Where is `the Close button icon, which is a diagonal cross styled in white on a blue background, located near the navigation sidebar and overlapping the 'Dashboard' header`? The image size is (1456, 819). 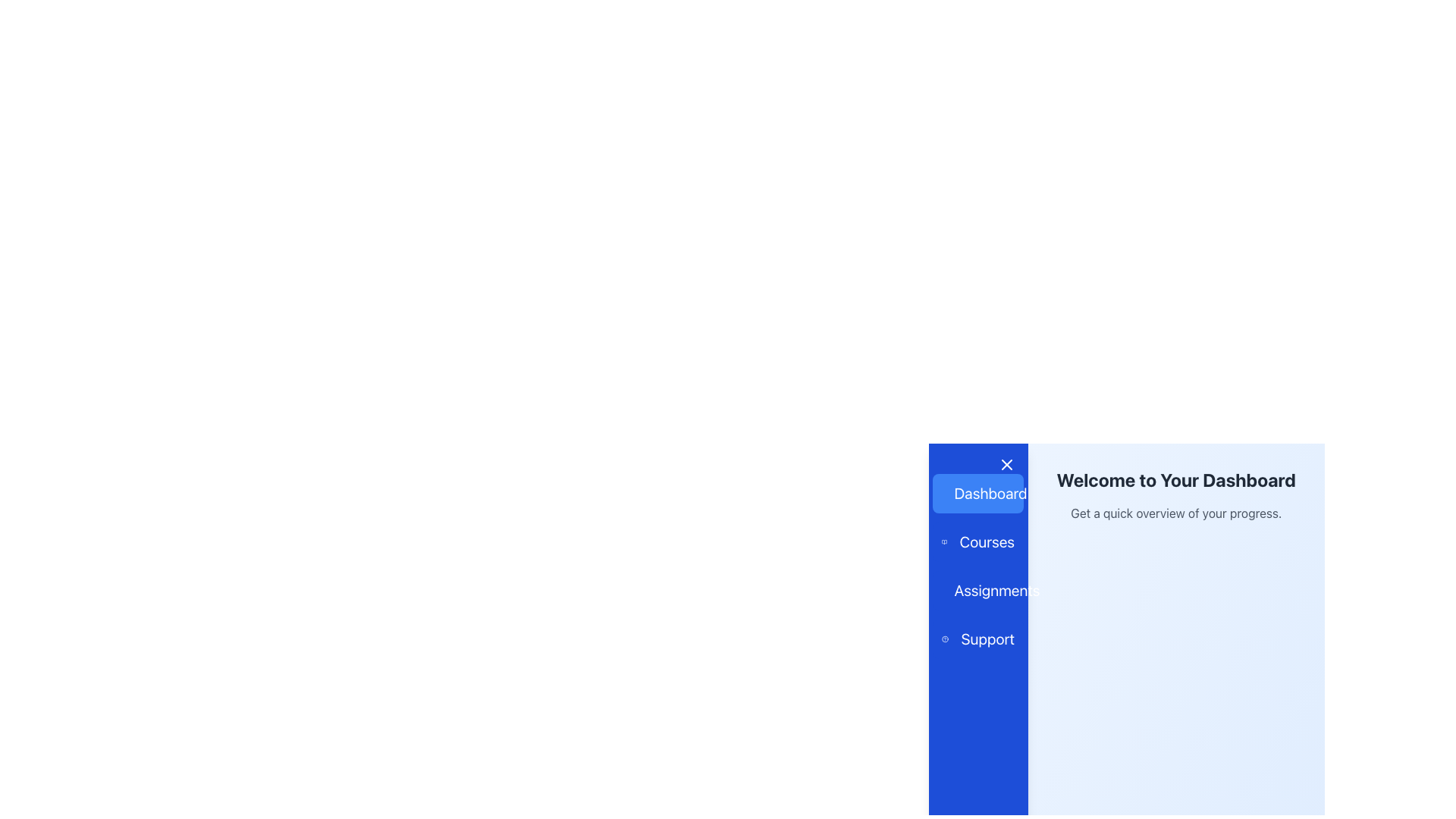 the Close button icon, which is a diagonal cross styled in white on a blue background, located near the navigation sidebar and overlapping the 'Dashboard' header is located at coordinates (1006, 464).